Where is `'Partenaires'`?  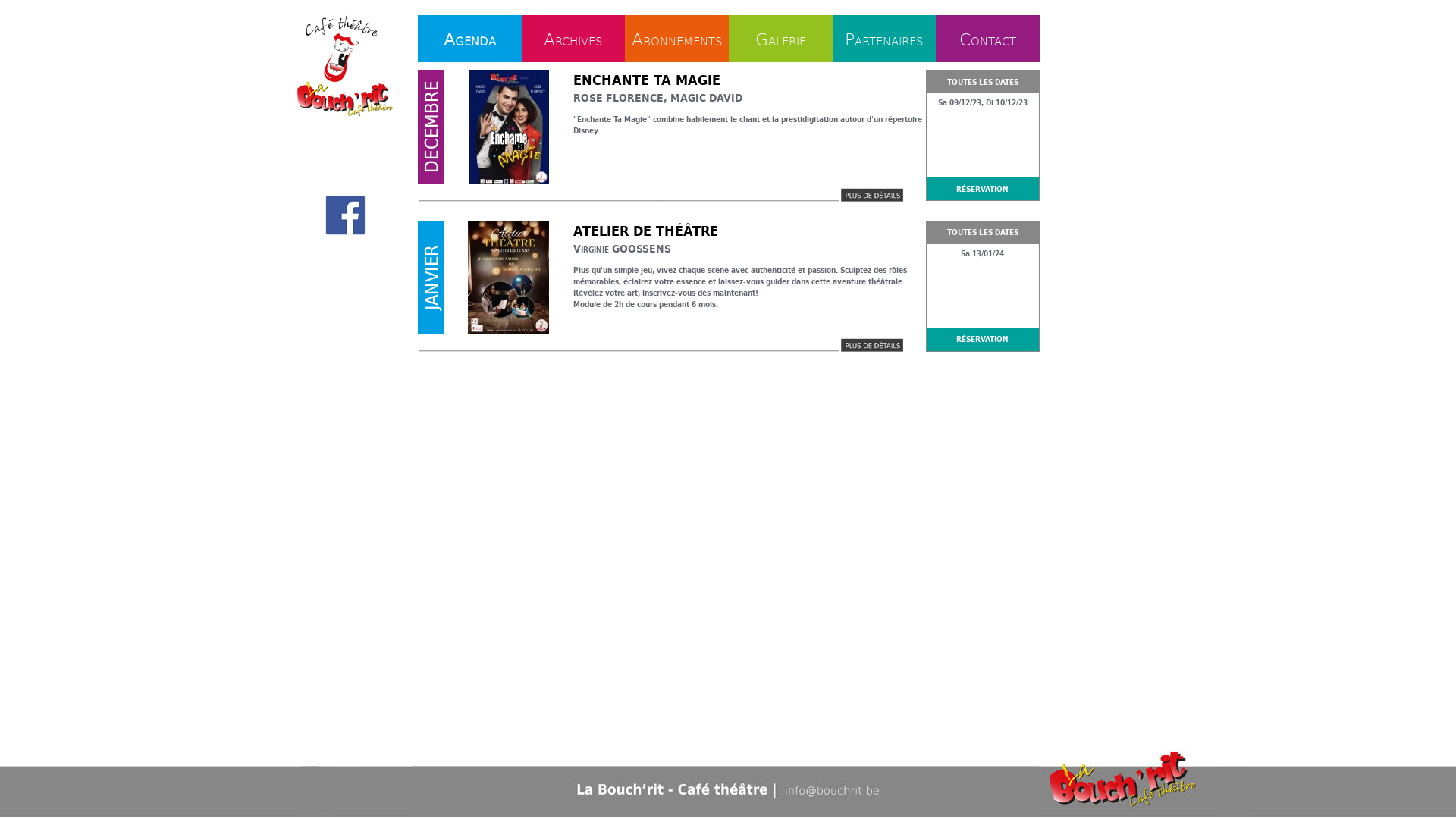 'Partenaires' is located at coordinates (884, 37).